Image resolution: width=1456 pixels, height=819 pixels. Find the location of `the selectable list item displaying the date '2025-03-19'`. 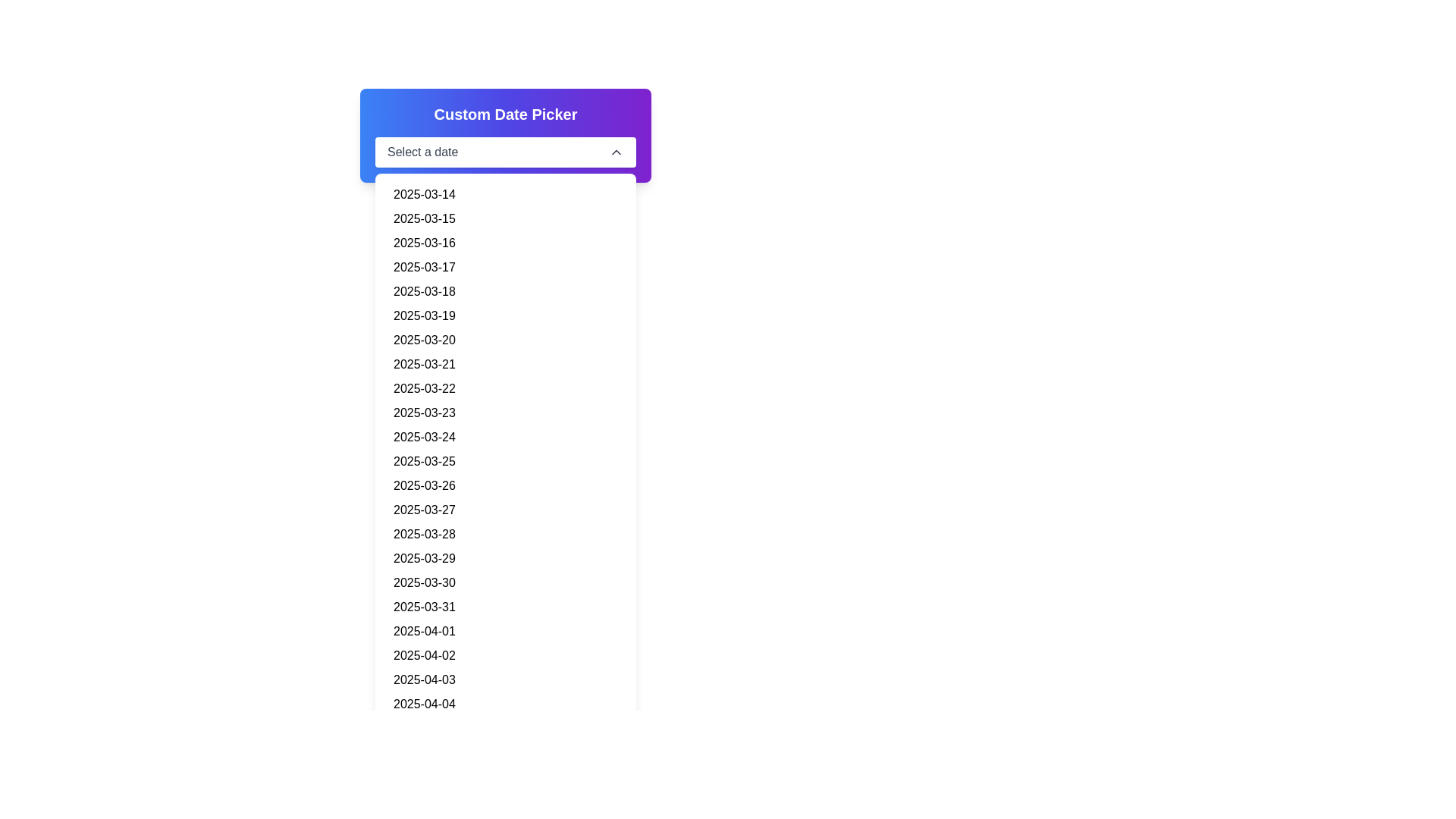

the selectable list item displaying the date '2025-03-19' is located at coordinates (506, 315).